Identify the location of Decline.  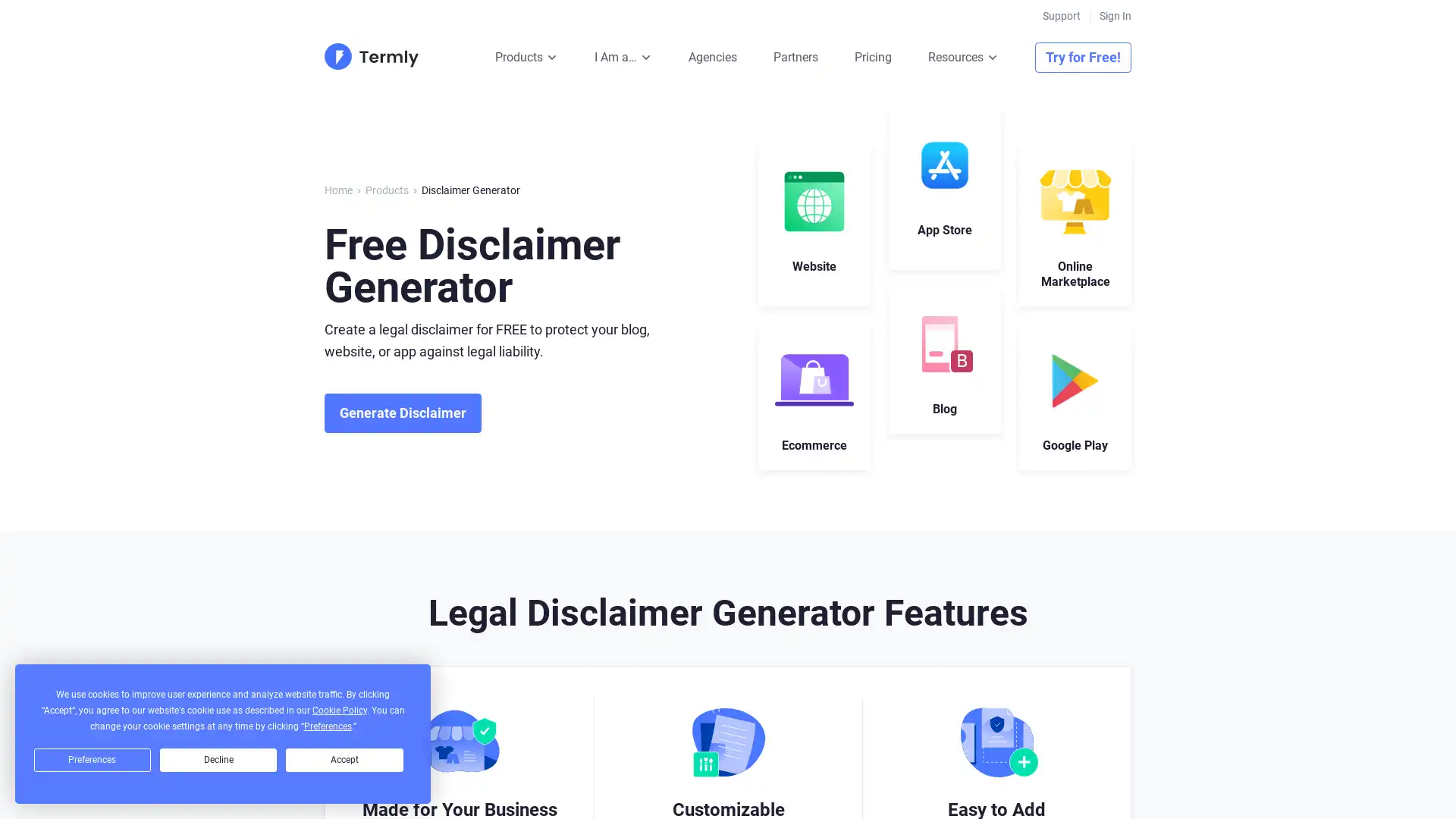
(218, 760).